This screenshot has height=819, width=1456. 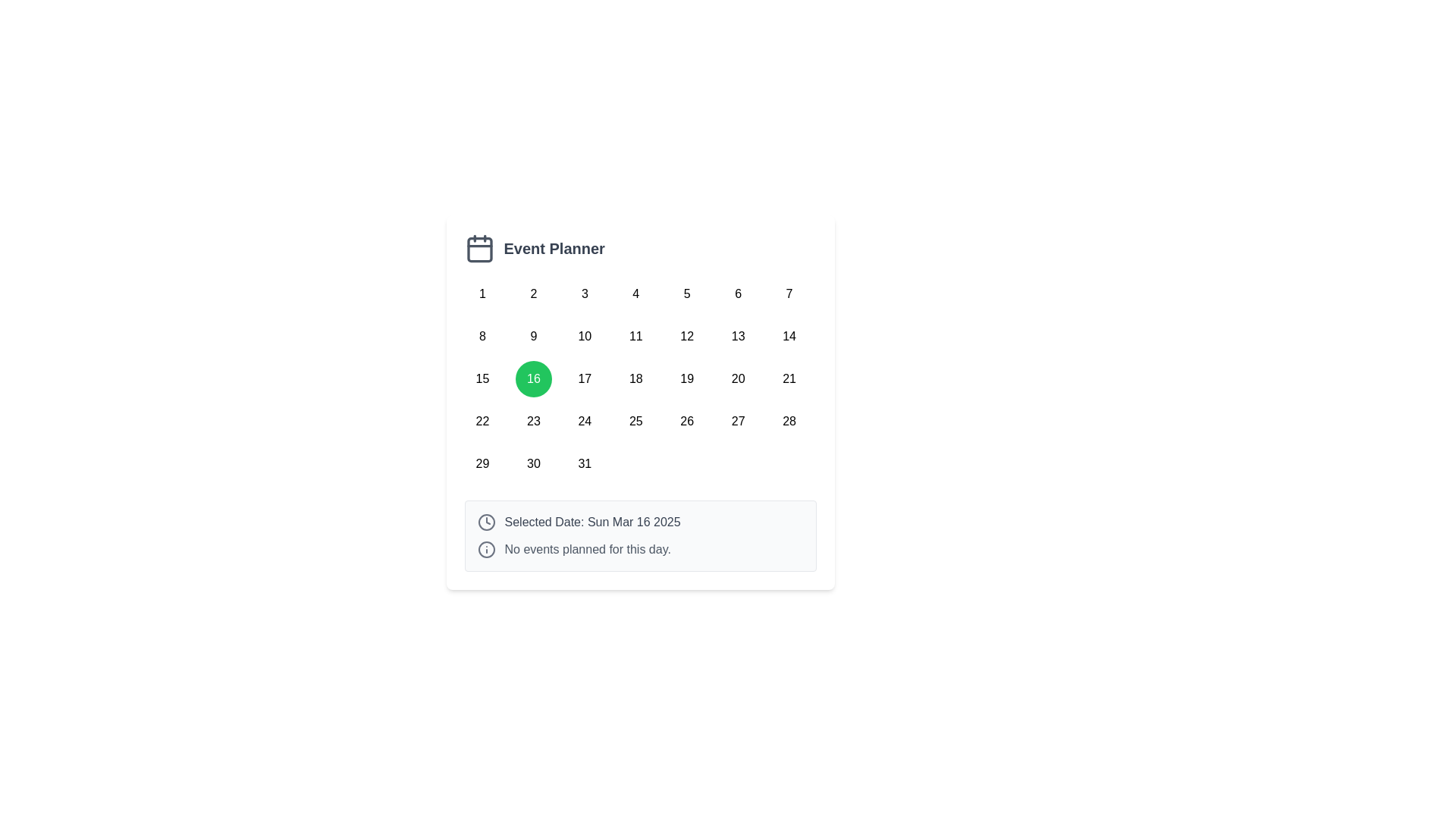 I want to click on the calendar button representing the date '16', so click(x=533, y=378).